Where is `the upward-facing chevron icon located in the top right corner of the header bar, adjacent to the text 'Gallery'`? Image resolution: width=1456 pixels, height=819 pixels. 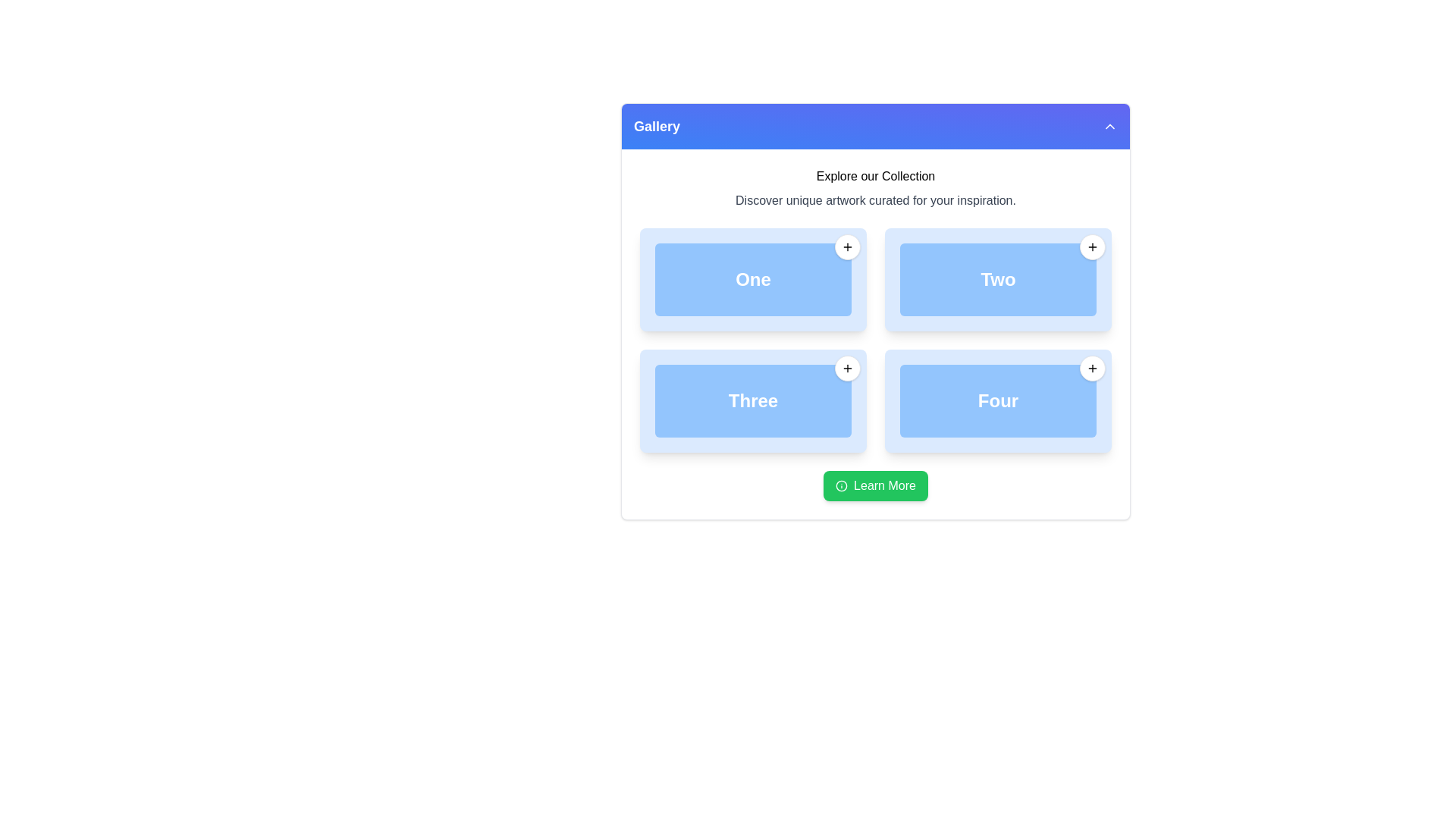
the upward-facing chevron icon located in the top right corner of the header bar, adjacent to the text 'Gallery' is located at coordinates (1110, 125).